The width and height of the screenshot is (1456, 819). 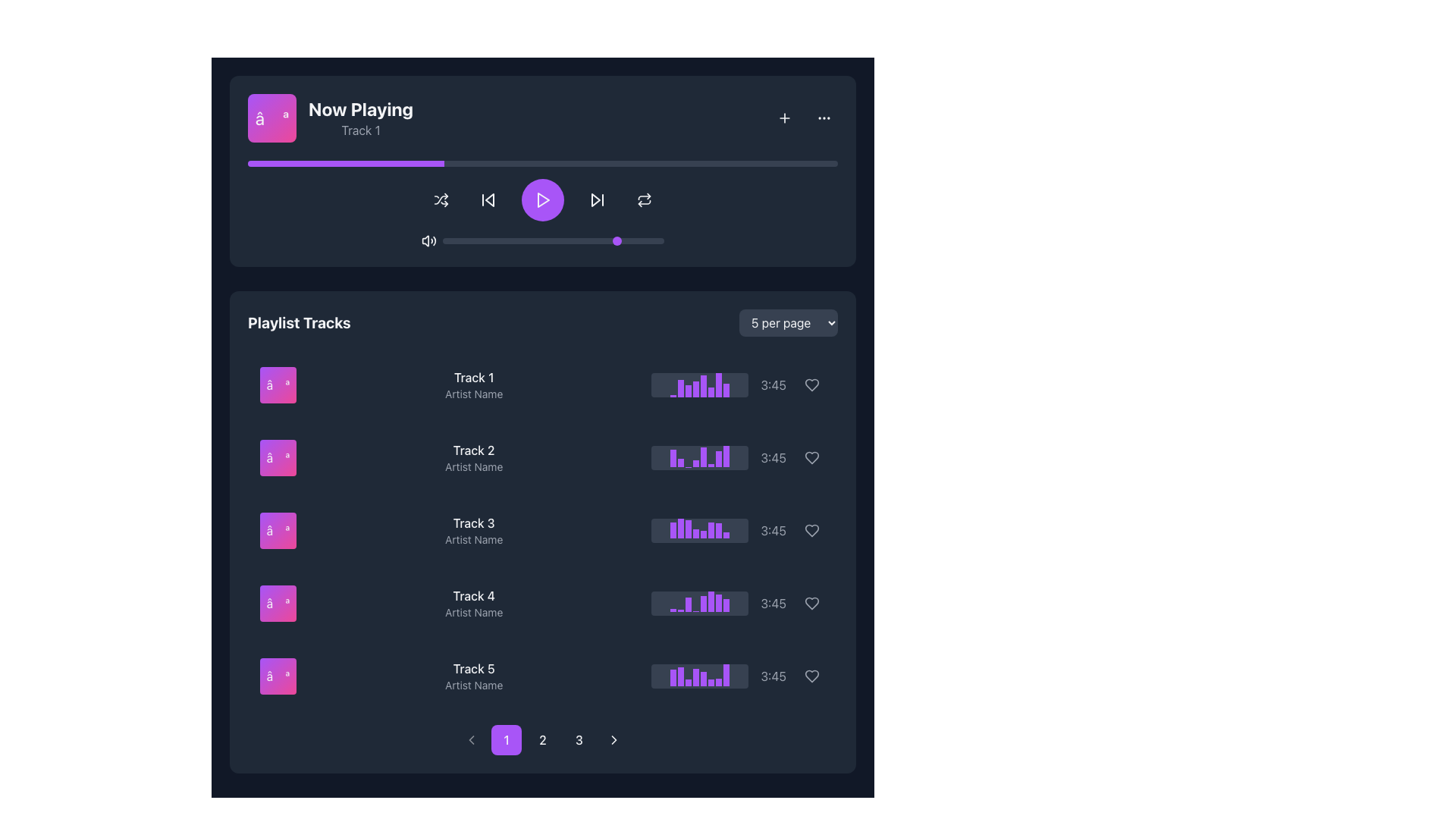 I want to click on the fifth circular button with a two-arrow loop icon, located in the horizontal toolbar below the 'Now Playing' title, so click(x=644, y=199).